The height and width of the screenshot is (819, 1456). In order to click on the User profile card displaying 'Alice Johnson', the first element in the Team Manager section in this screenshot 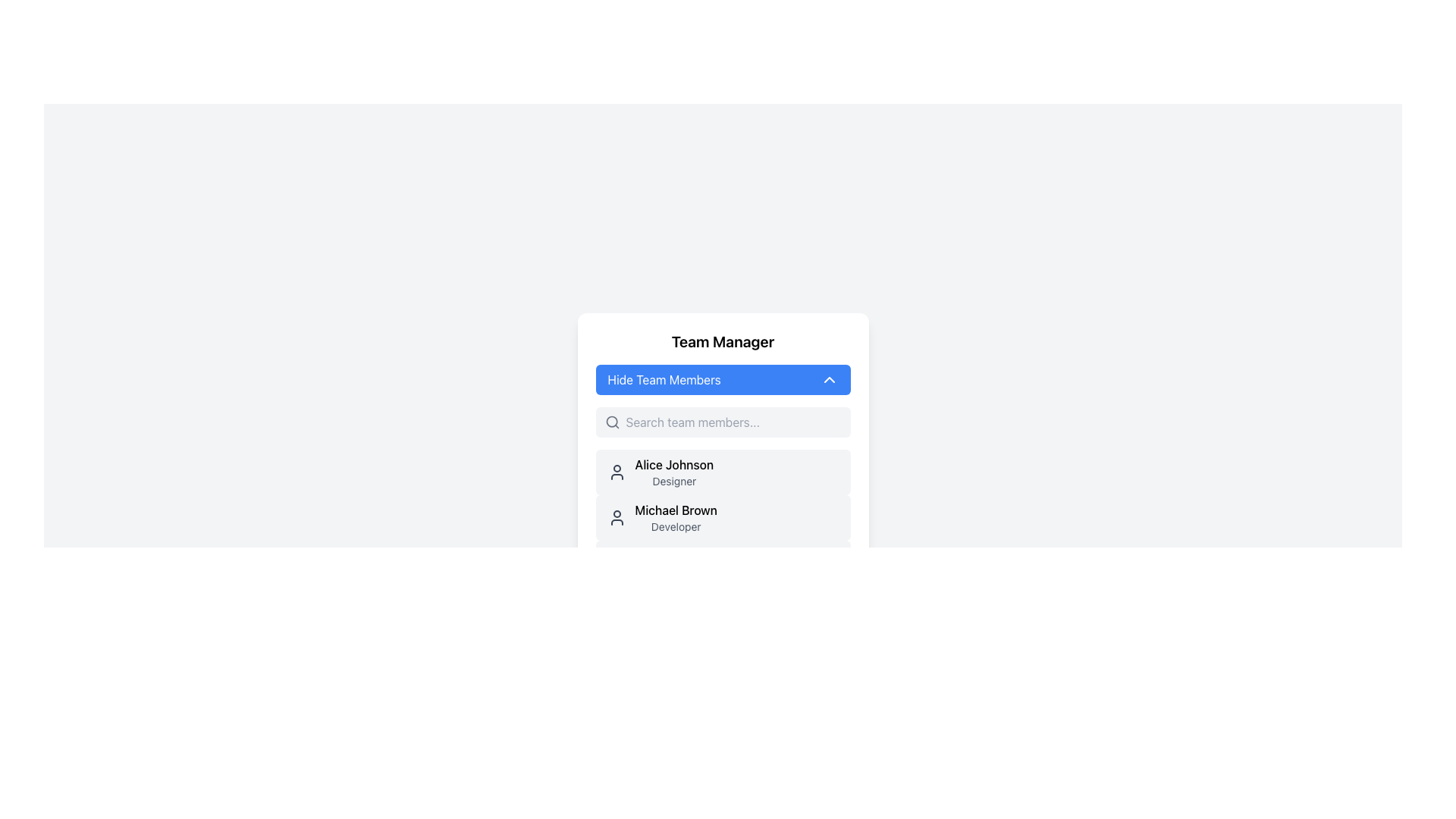, I will do `click(722, 472)`.